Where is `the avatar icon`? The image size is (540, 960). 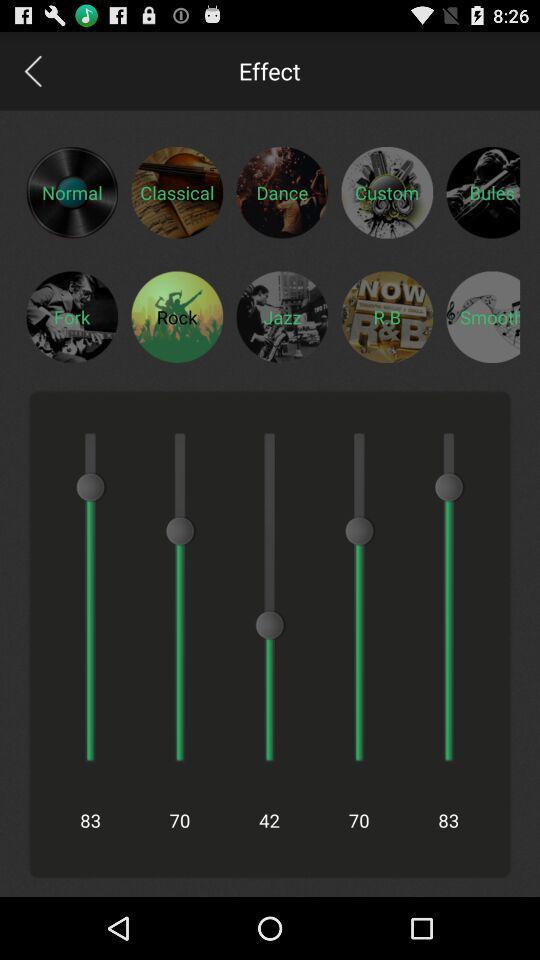 the avatar icon is located at coordinates (387, 205).